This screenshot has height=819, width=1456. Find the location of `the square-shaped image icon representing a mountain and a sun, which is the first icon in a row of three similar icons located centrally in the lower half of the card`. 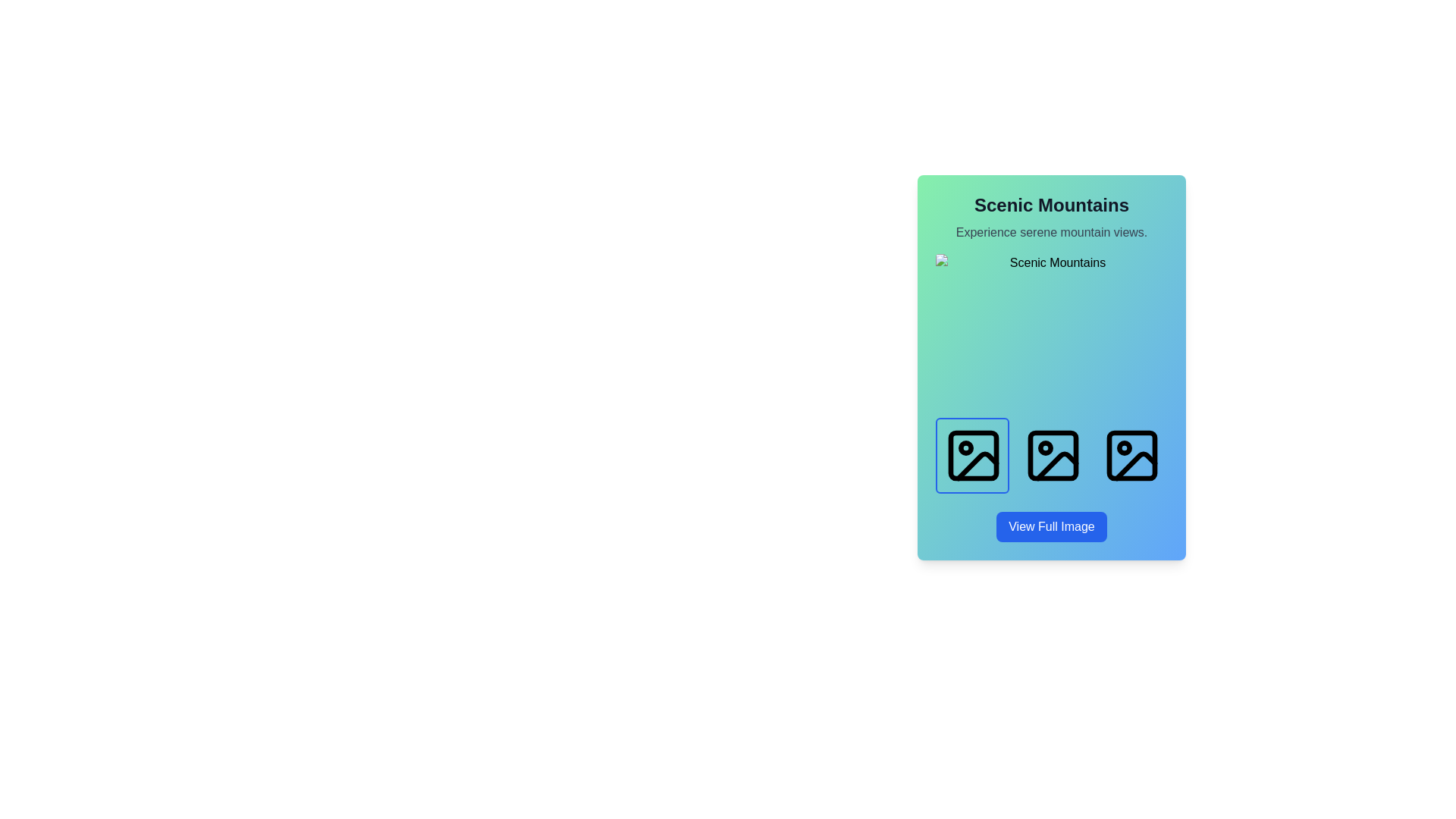

the square-shaped image icon representing a mountain and a sun, which is the first icon in a row of three similar icons located centrally in the lower half of the card is located at coordinates (973, 455).